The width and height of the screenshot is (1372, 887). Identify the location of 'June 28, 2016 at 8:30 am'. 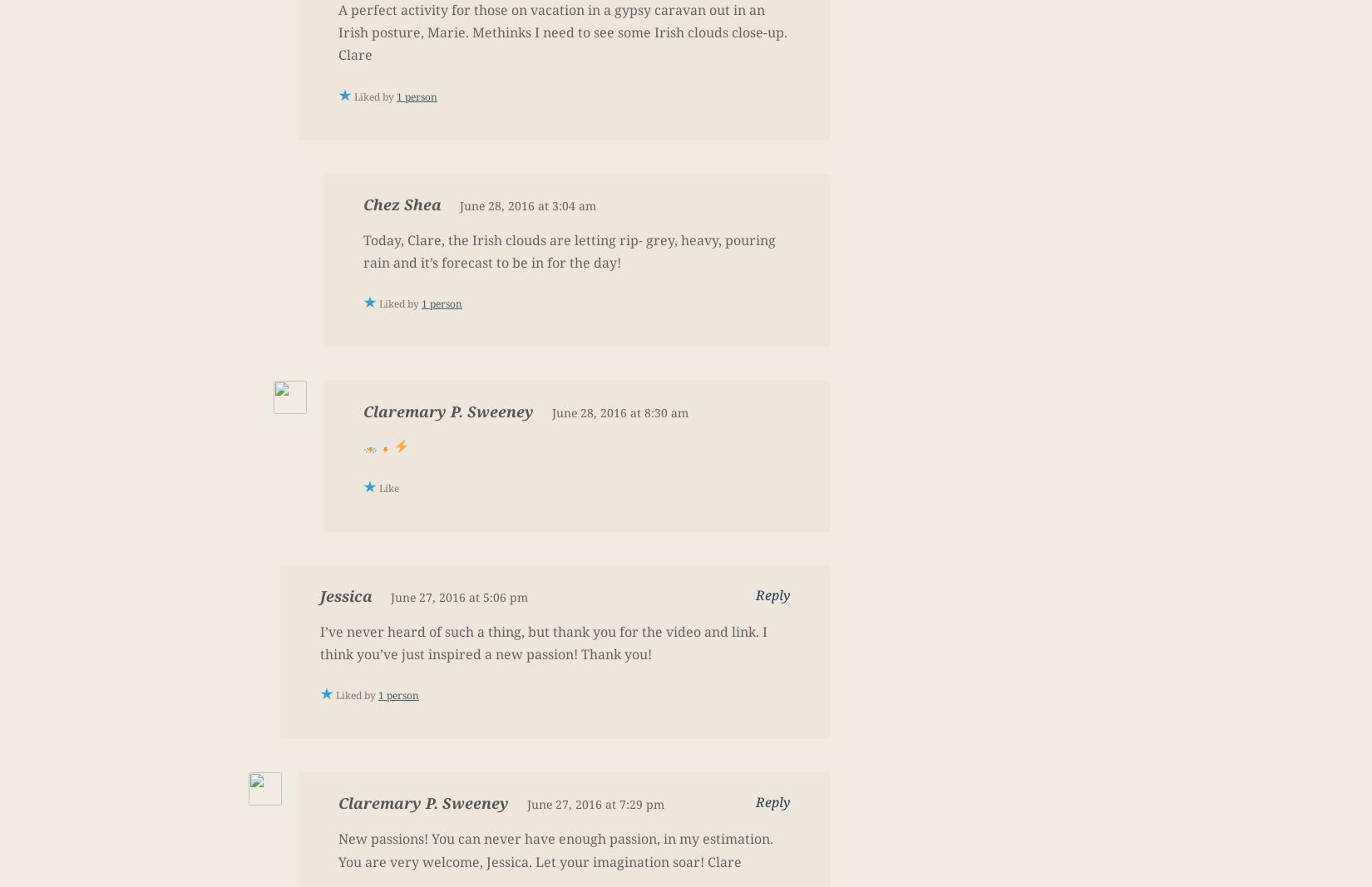
(550, 411).